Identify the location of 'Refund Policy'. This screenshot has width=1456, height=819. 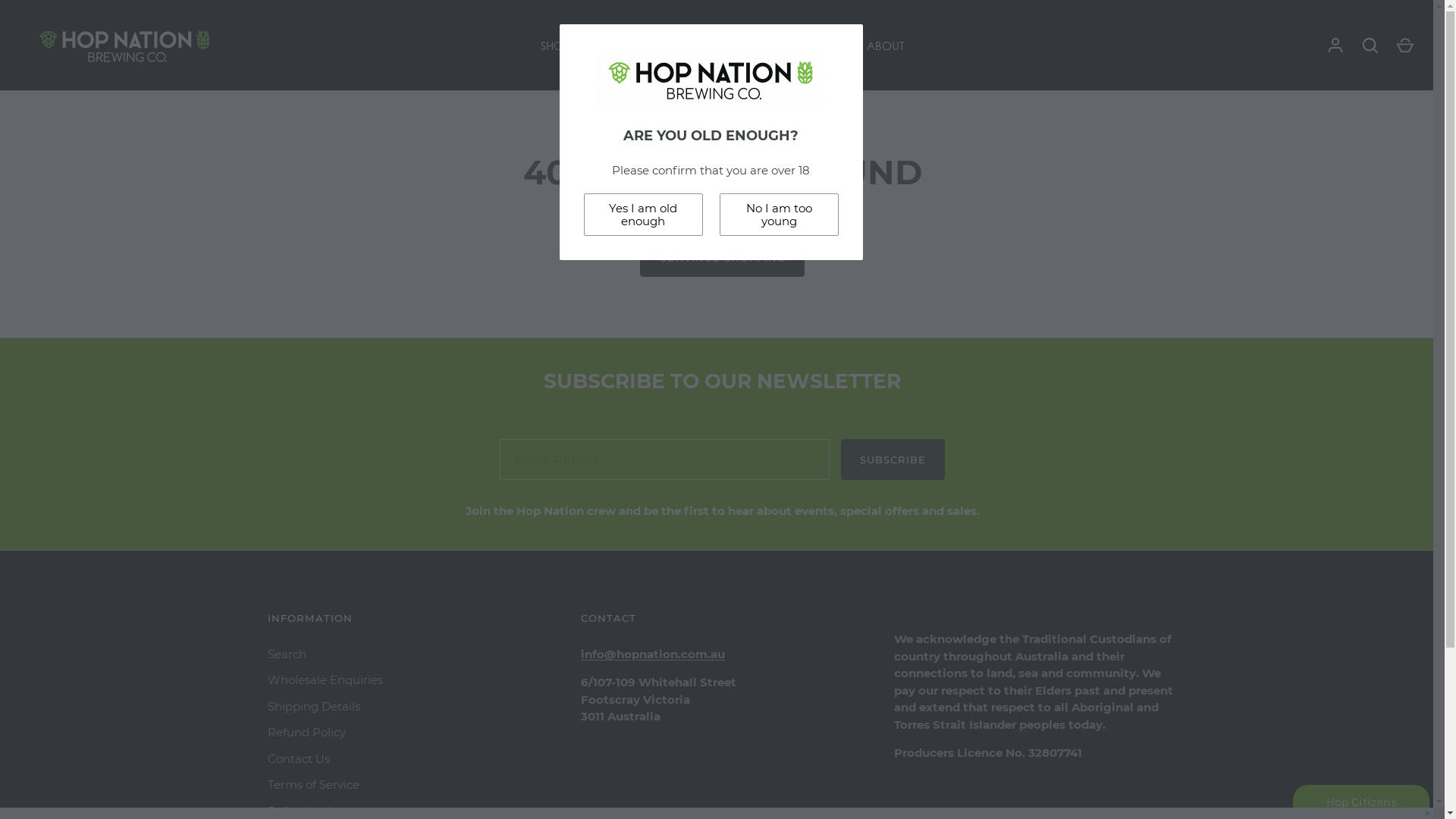
(305, 731).